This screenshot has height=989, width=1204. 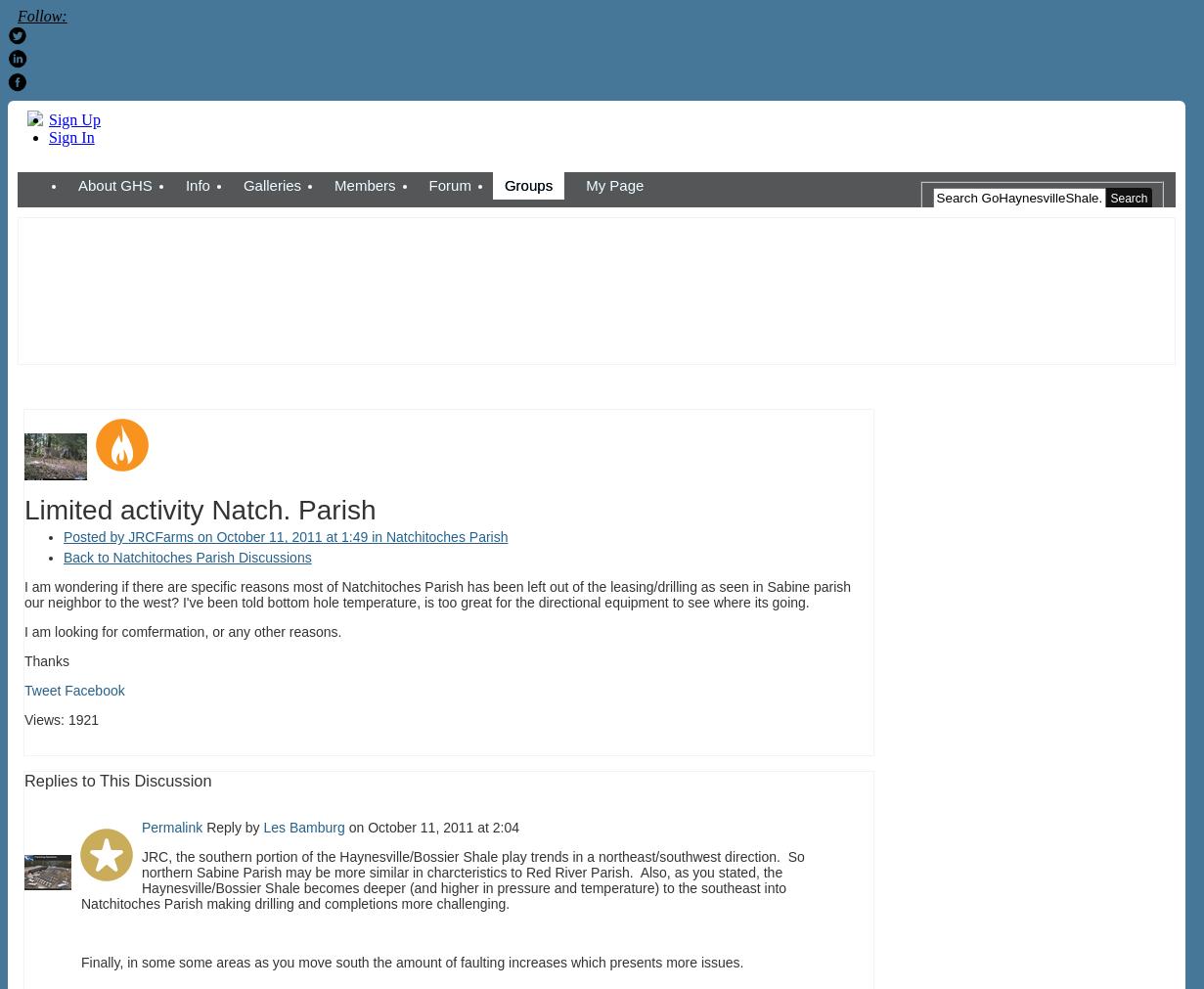 What do you see at coordinates (70, 136) in the screenshot?
I see `'Sign In'` at bounding box center [70, 136].